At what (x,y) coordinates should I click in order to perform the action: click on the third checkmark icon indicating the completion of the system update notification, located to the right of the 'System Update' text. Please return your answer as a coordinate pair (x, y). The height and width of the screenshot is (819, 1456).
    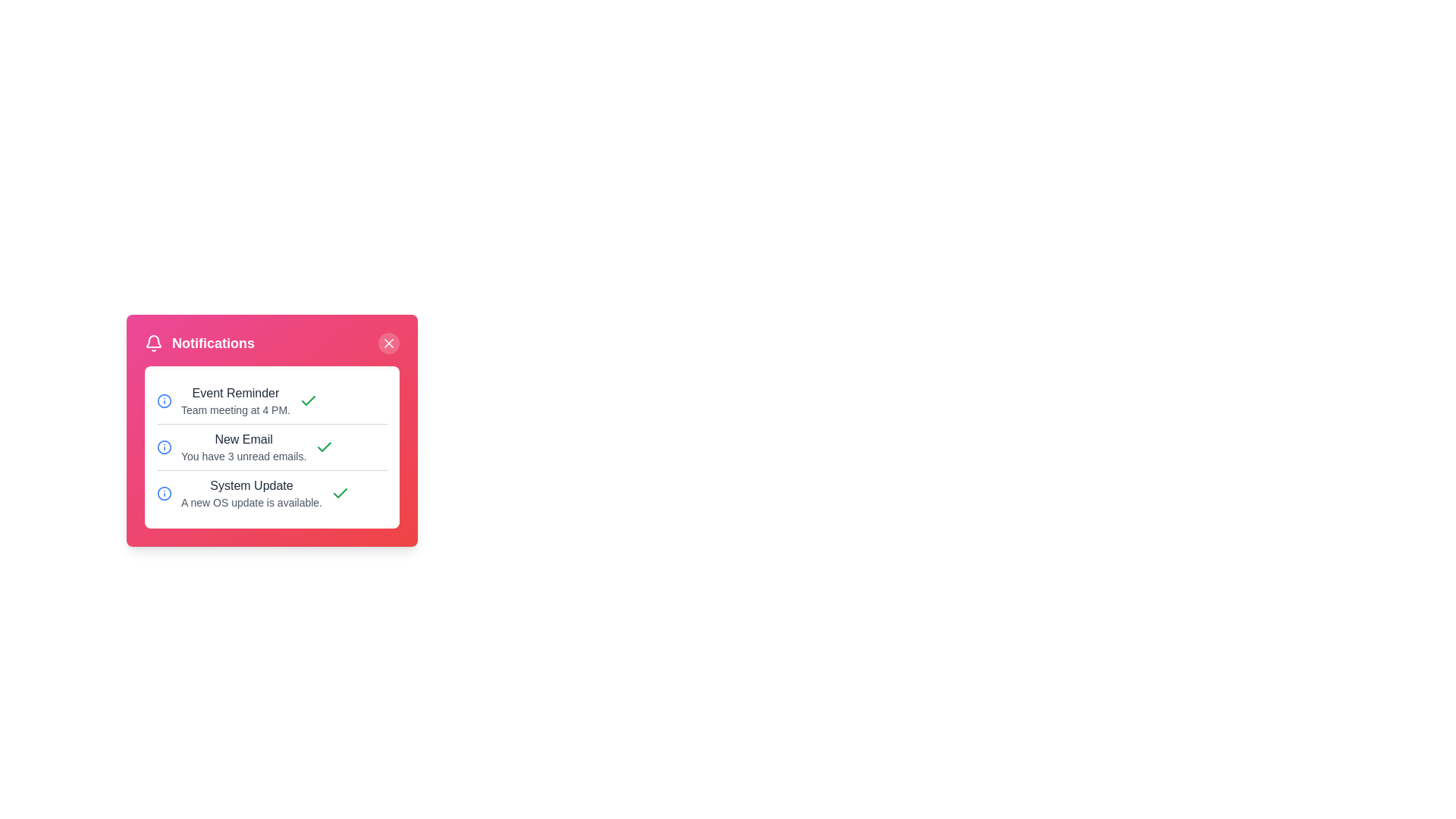
    Looking at the image, I should click on (308, 400).